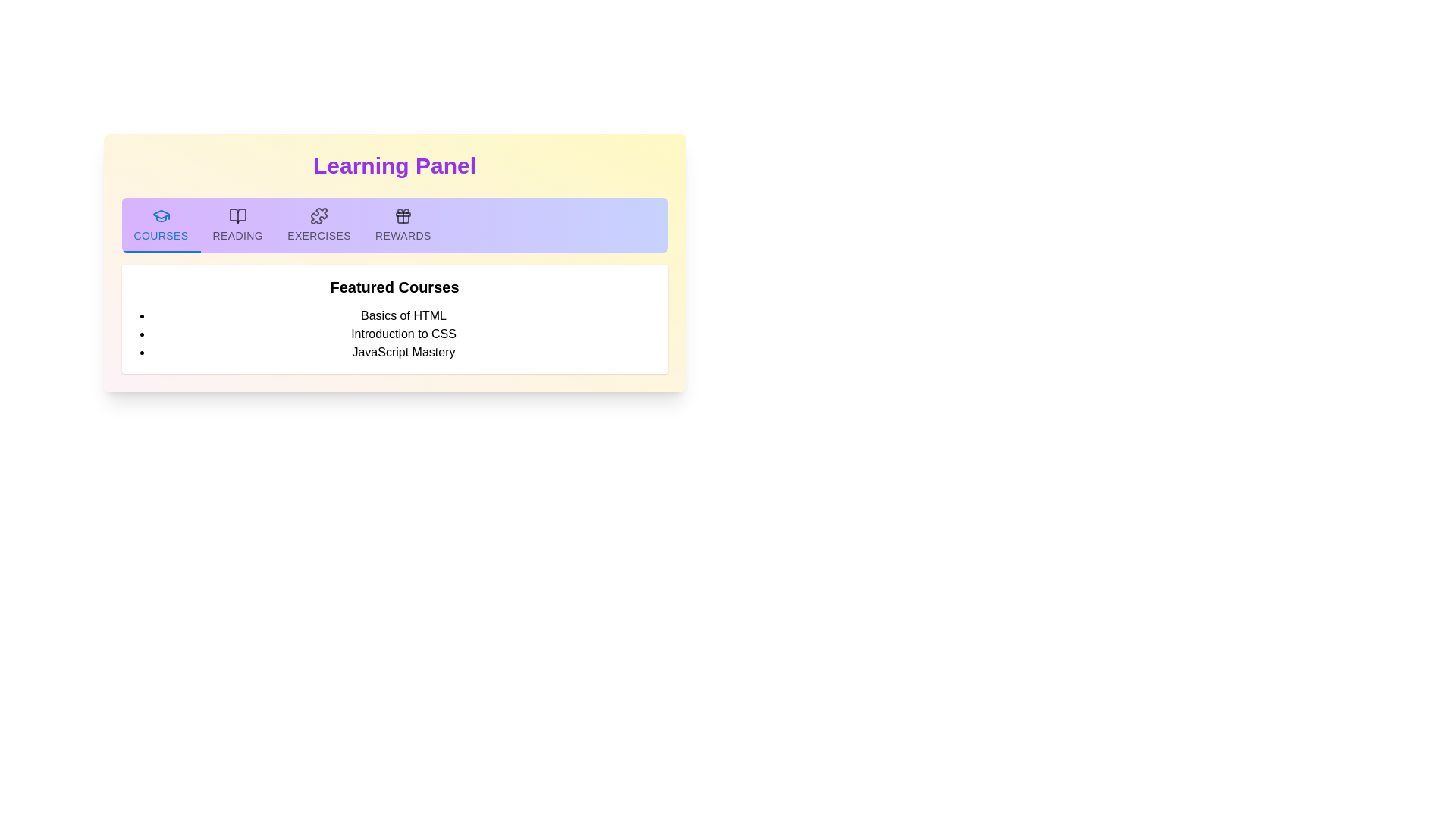 The height and width of the screenshot is (819, 1456). Describe the element at coordinates (403, 353) in the screenshot. I see `the text item reading 'JavaScript Mastery'` at that location.